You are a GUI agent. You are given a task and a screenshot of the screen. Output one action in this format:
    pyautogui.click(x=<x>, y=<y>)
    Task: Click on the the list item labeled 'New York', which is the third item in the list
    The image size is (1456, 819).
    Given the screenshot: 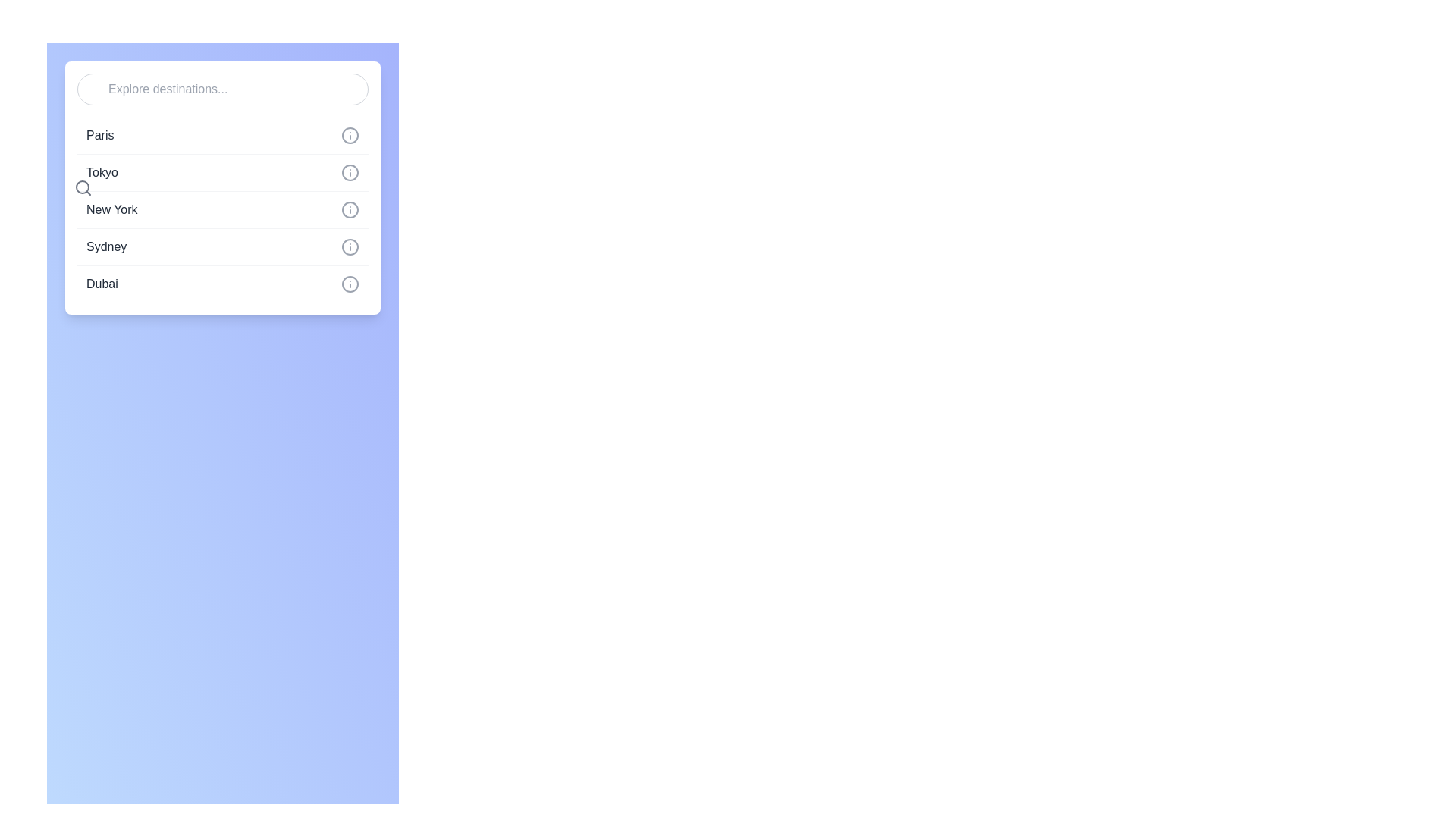 What is the action you would take?
    pyautogui.click(x=221, y=209)
    